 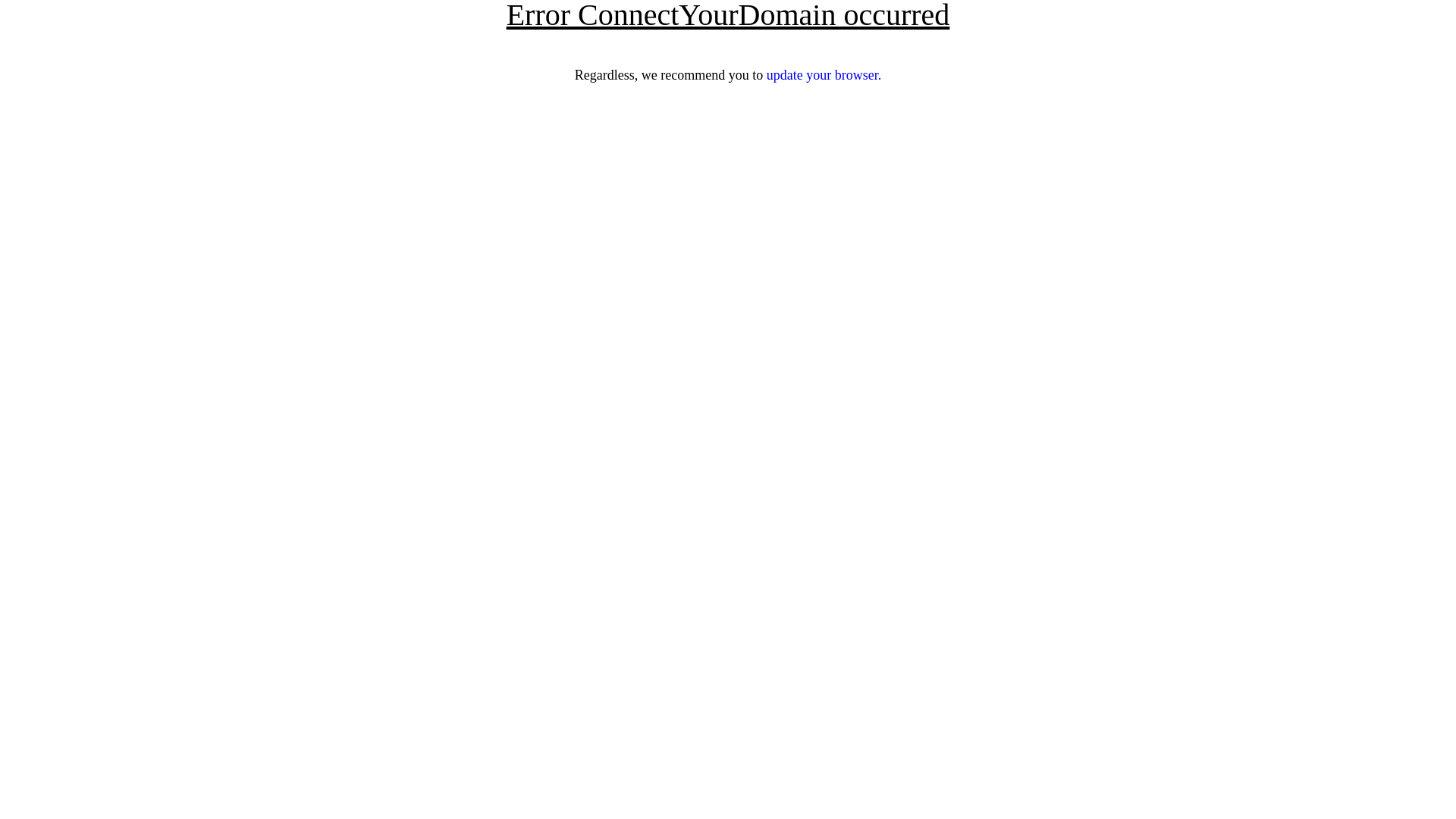 What do you see at coordinates (767, 75) in the screenshot?
I see `'update your browser.'` at bounding box center [767, 75].